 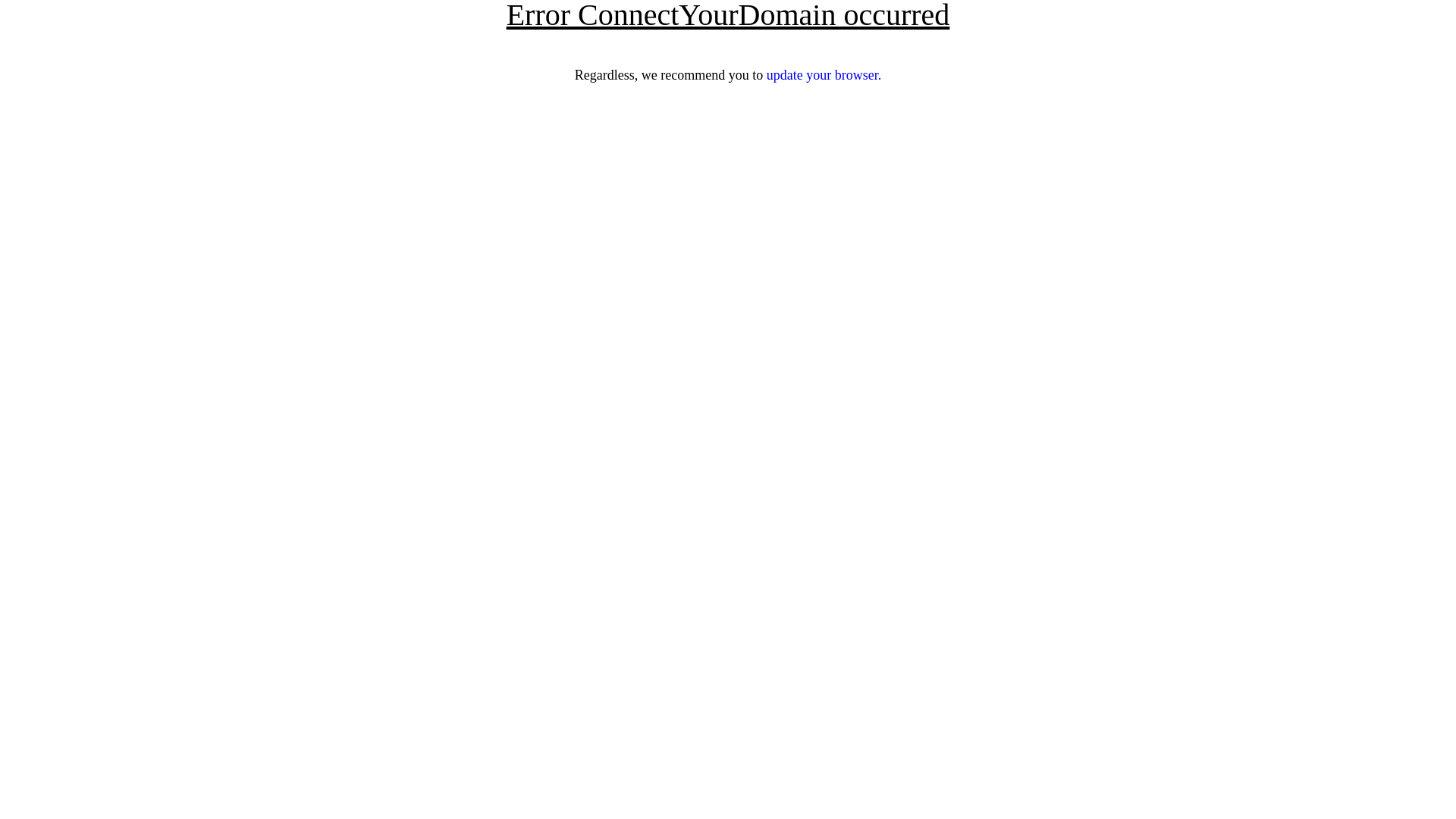 What do you see at coordinates (767, 75) in the screenshot?
I see `'update your browser.'` at bounding box center [767, 75].